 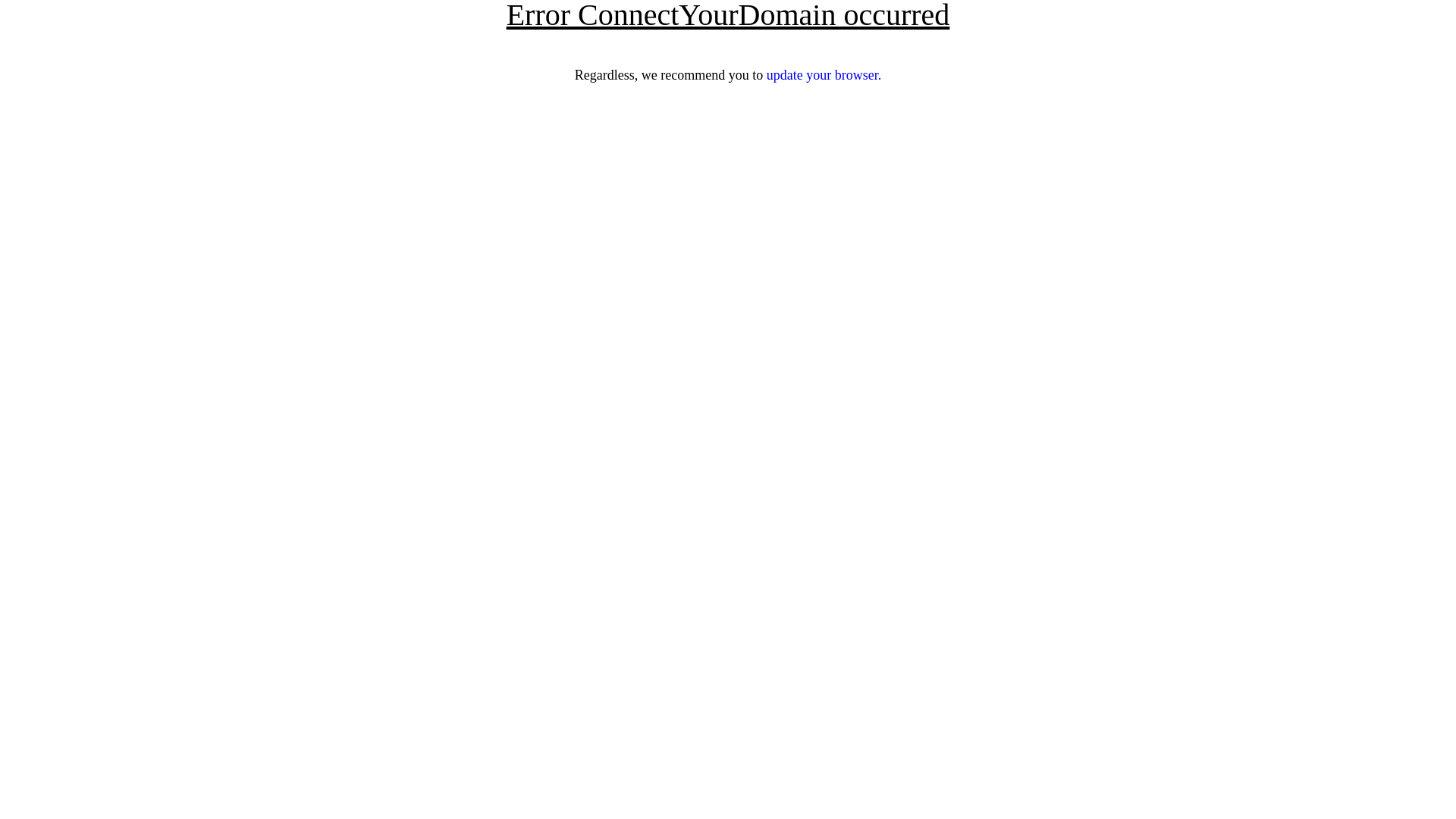 What do you see at coordinates (767, 75) in the screenshot?
I see `'update your browser.'` at bounding box center [767, 75].